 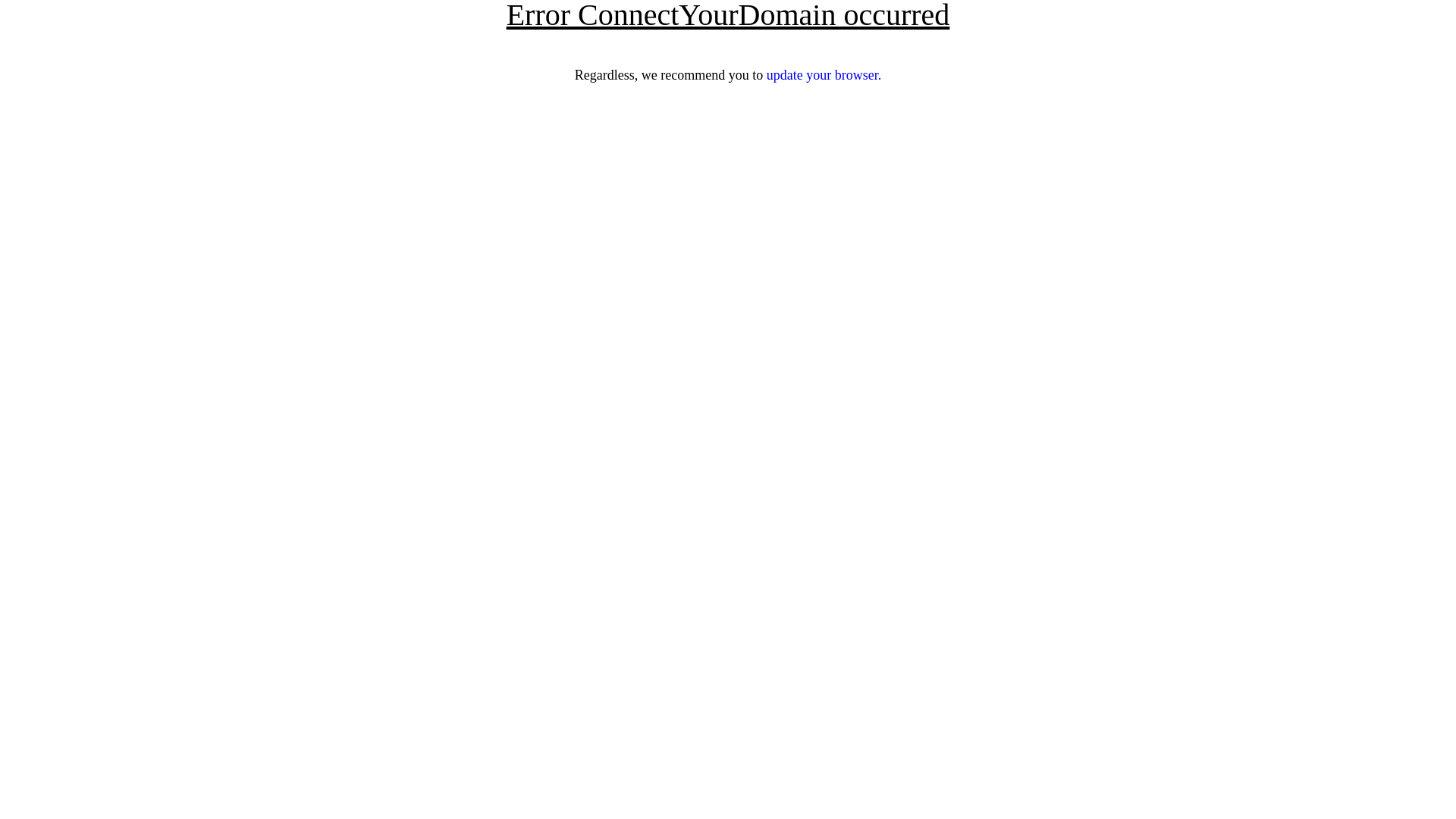 What do you see at coordinates (767, 75) in the screenshot?
I see `'update your browser.'` at bounding box center [767, 75].